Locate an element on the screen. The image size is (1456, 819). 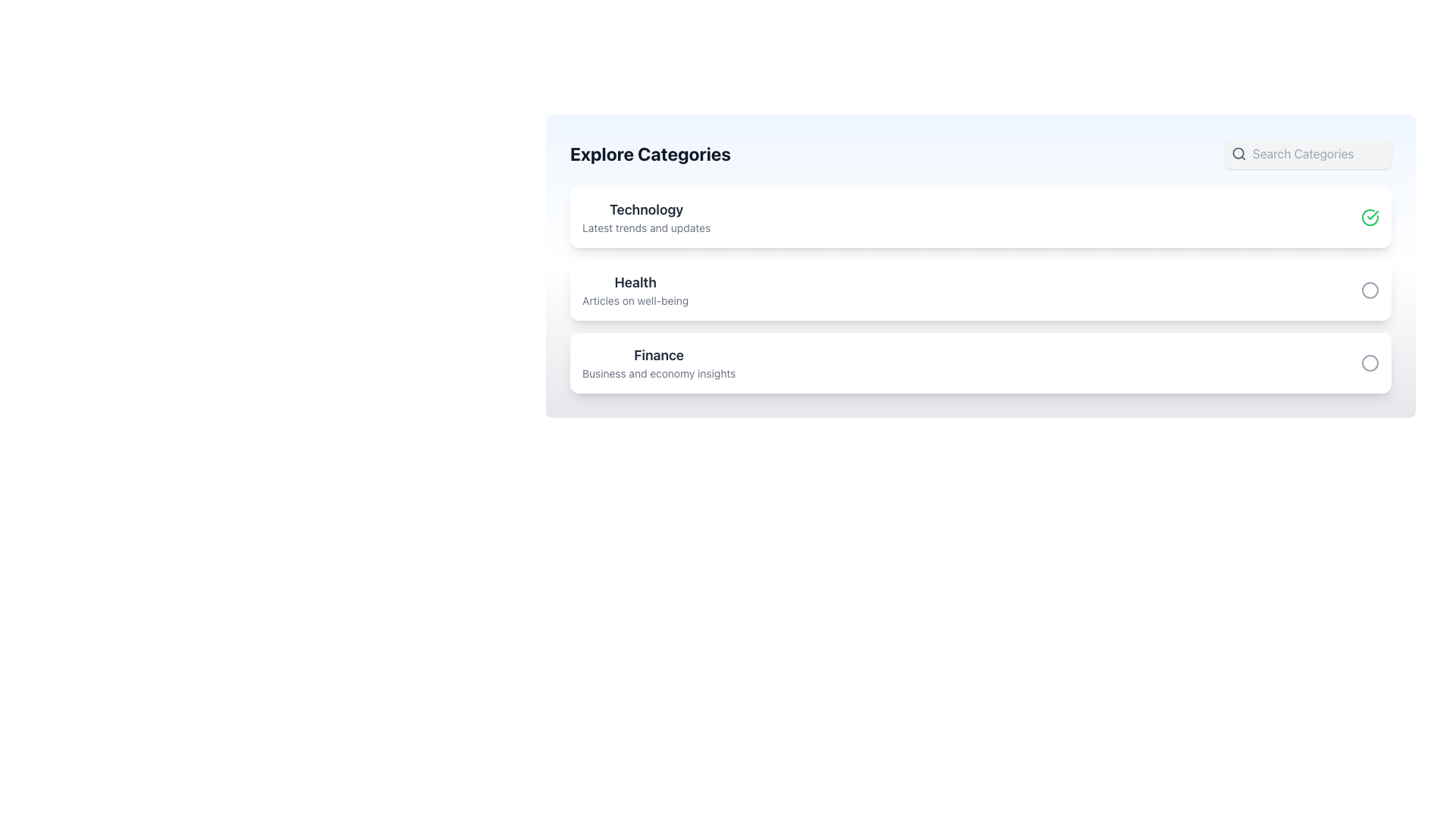
text label titled 'Health', which is styled in bold and large dark gray font, located above the subheading 'Articles on well-being' within the card layout under 'Explore Categories' is located at coordinates (635, 283).